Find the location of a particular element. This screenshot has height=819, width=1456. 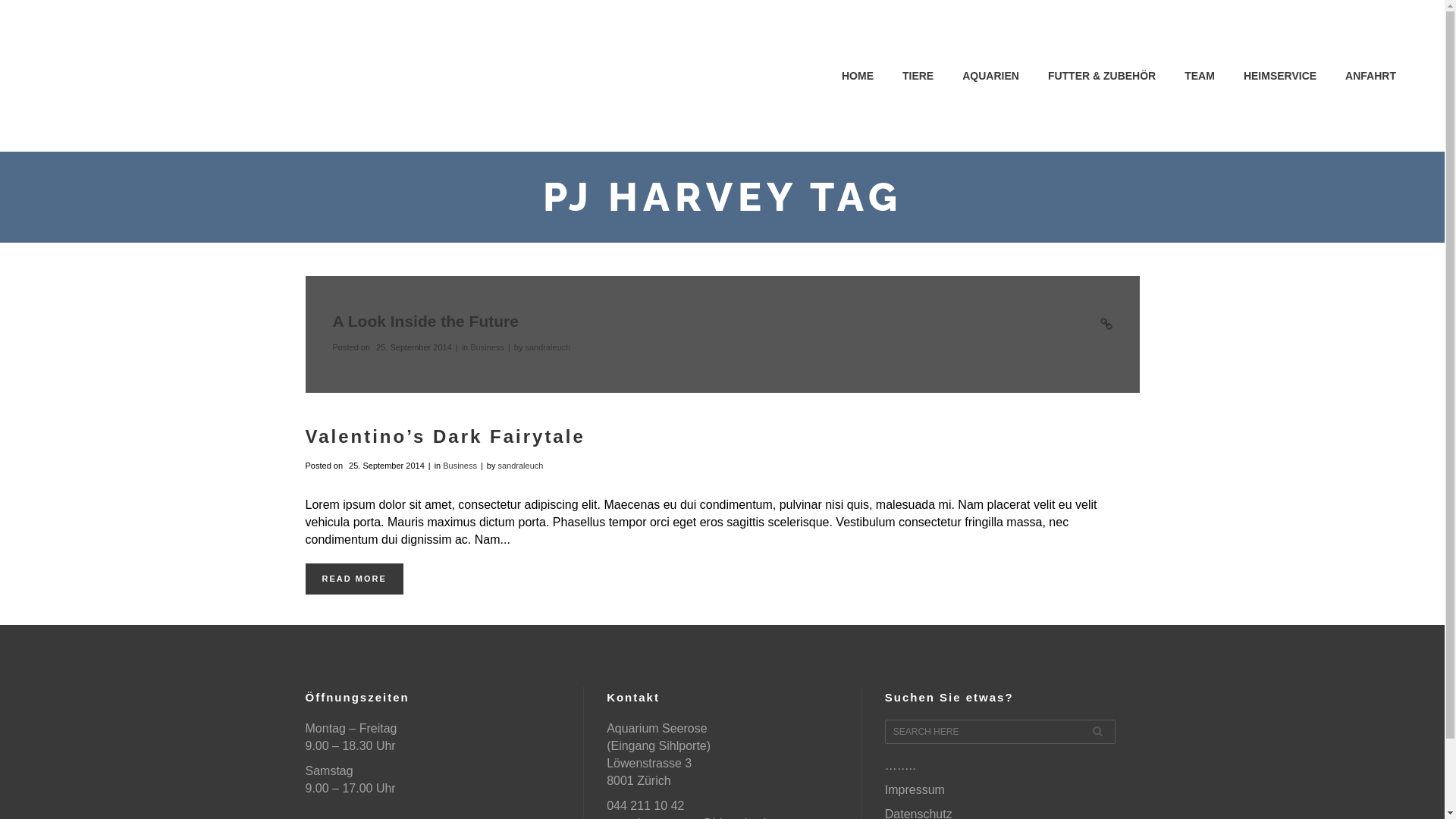

'READ MORE' is located at coordinates (353, 579).